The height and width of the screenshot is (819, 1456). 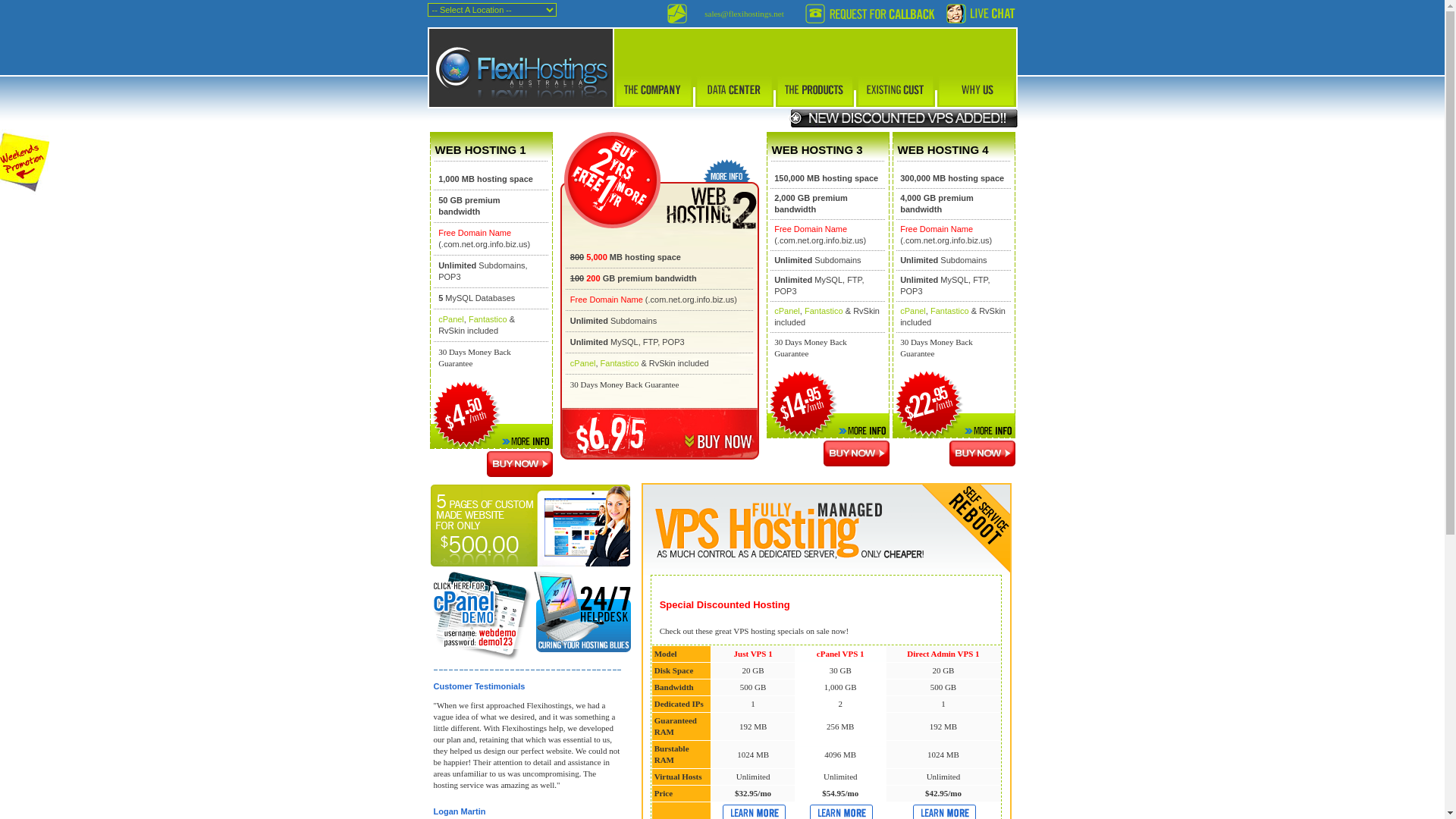 I want to click on 'cPanel', so click(x=450, y=318).